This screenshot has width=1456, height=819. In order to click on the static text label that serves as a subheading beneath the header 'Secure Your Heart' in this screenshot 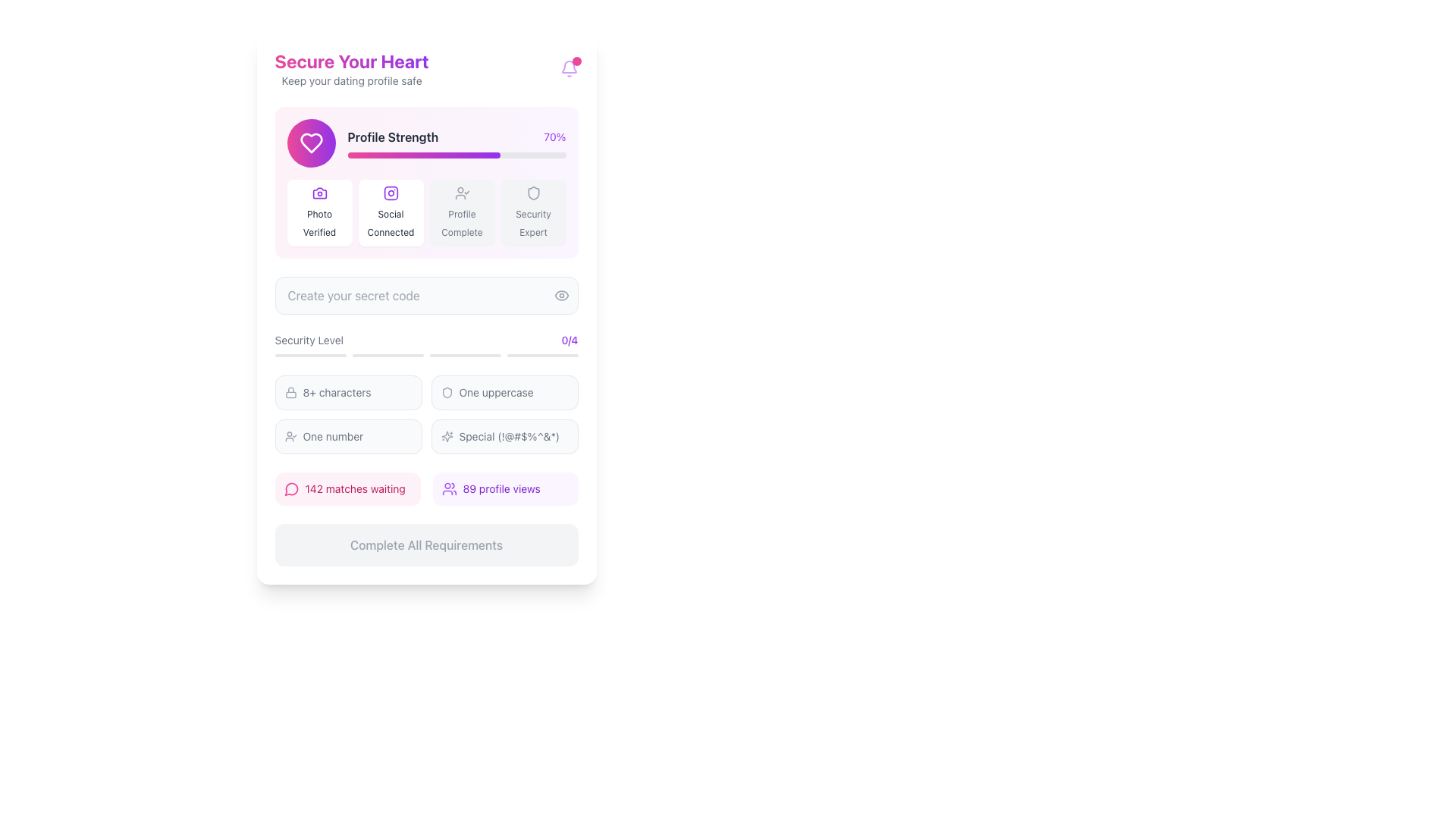, I will do `click(351, 81)`.